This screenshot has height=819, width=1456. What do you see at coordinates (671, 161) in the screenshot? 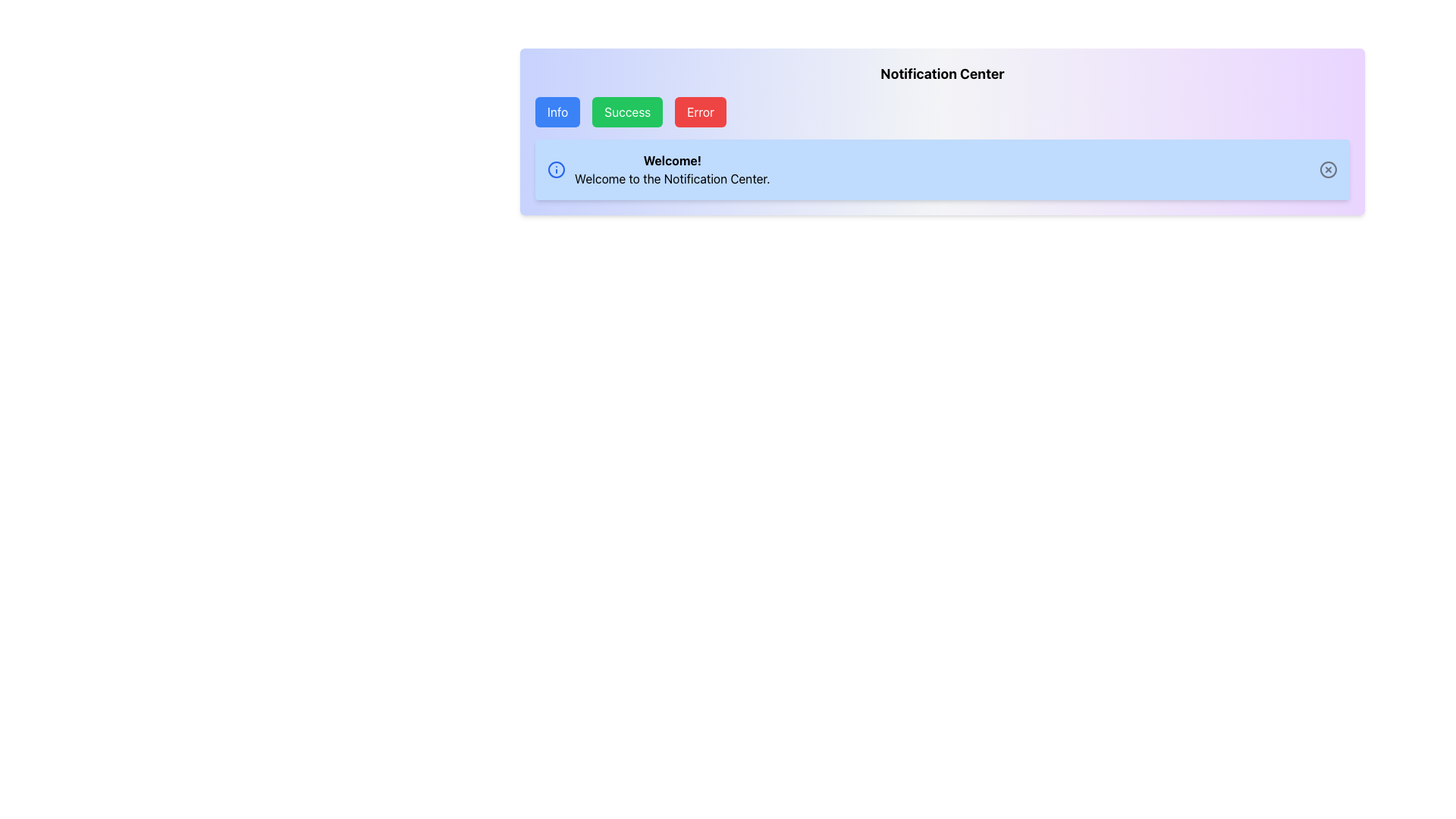
I see `bold text saying 'Welcome!' located in the upper-left side of the light blue box above the smaller text 'Welcome to the Notification Center.'` at bounding box center [671, 161].